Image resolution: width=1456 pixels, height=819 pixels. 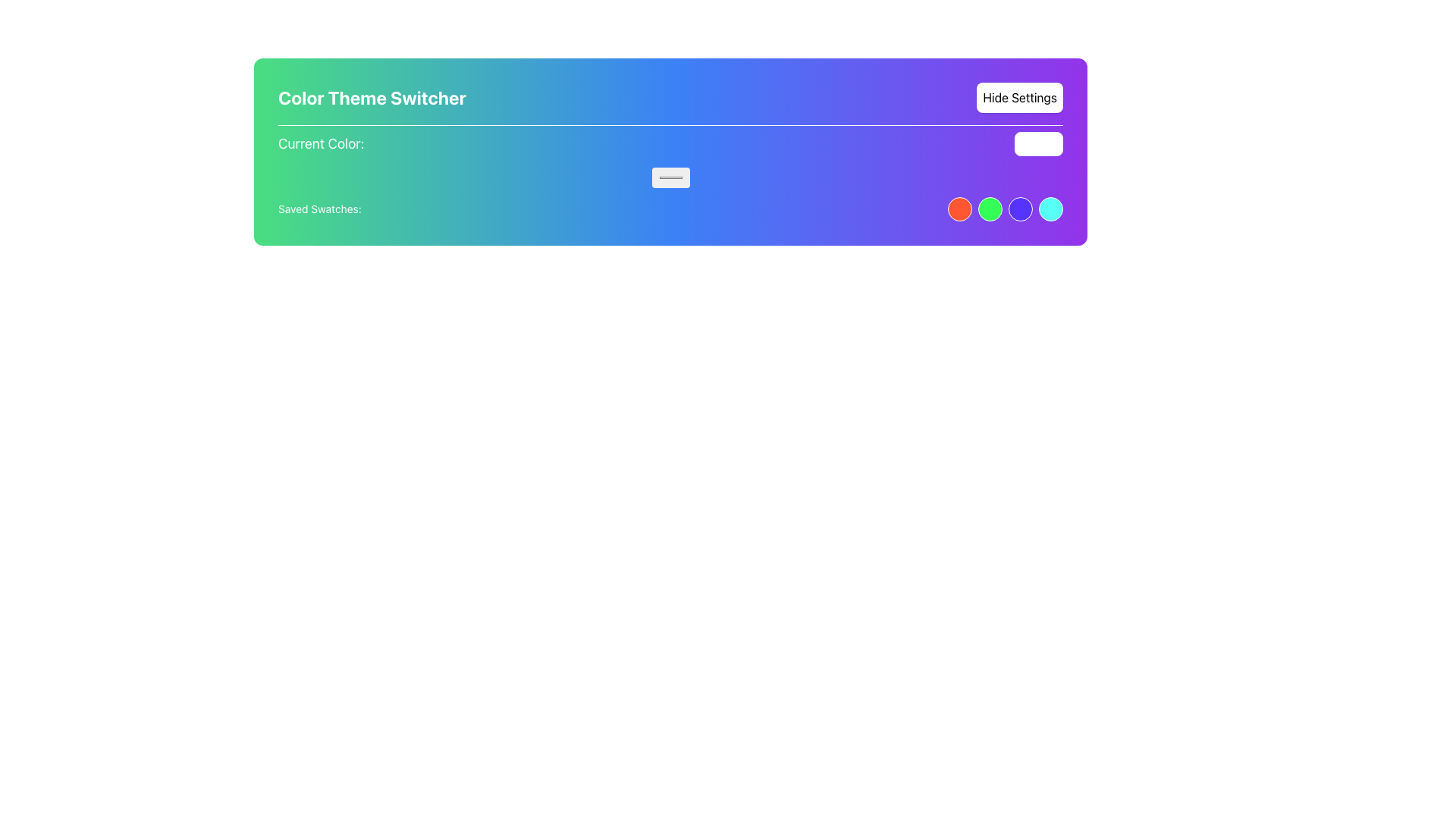 What do you see at coordinates (1020, 97) in the screenshot?
I see `the white button with rounded corners labeled 'Hide Settings'` at bounding box center [1020, 97].